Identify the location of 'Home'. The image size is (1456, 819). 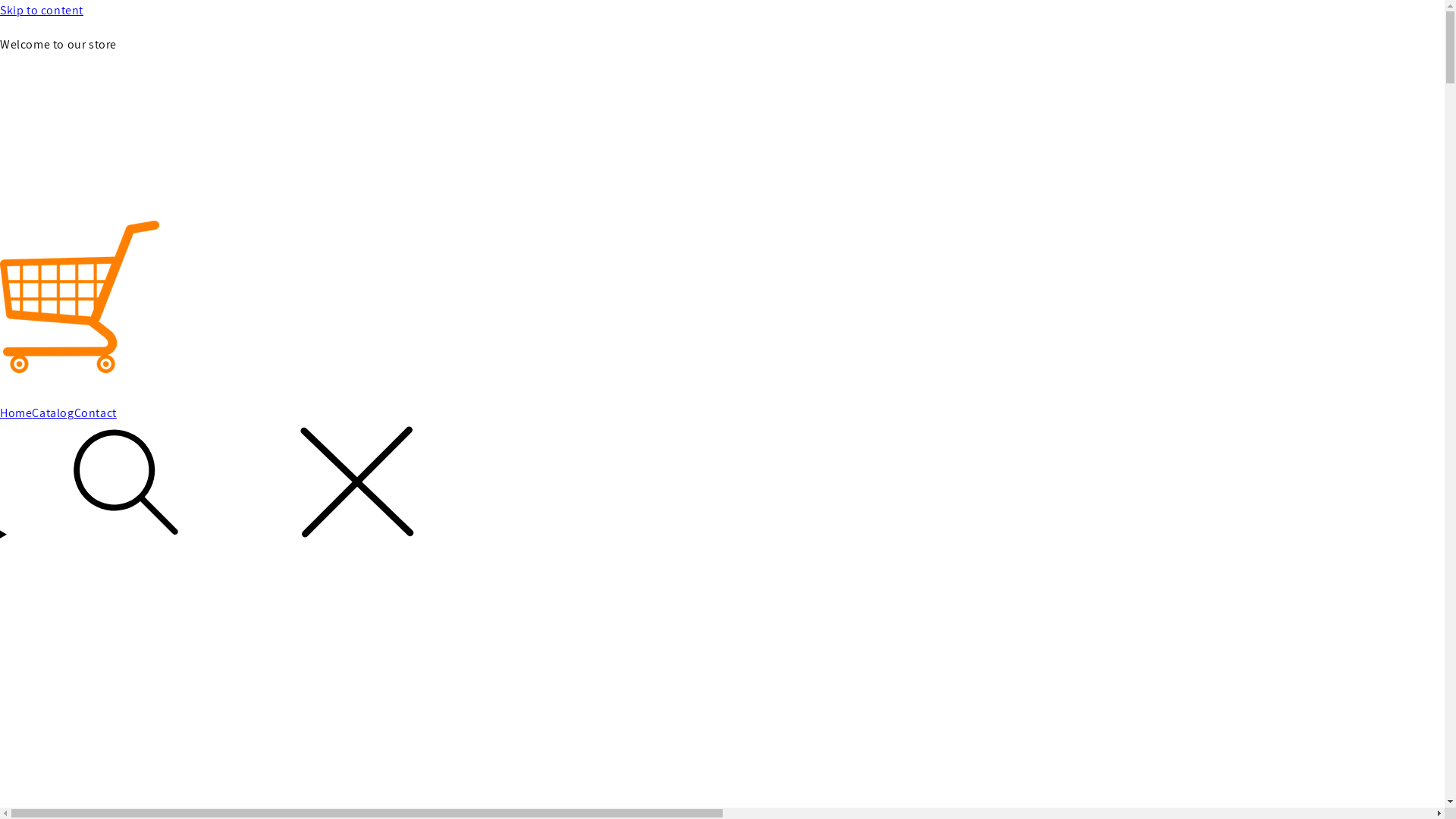
(0, 413).